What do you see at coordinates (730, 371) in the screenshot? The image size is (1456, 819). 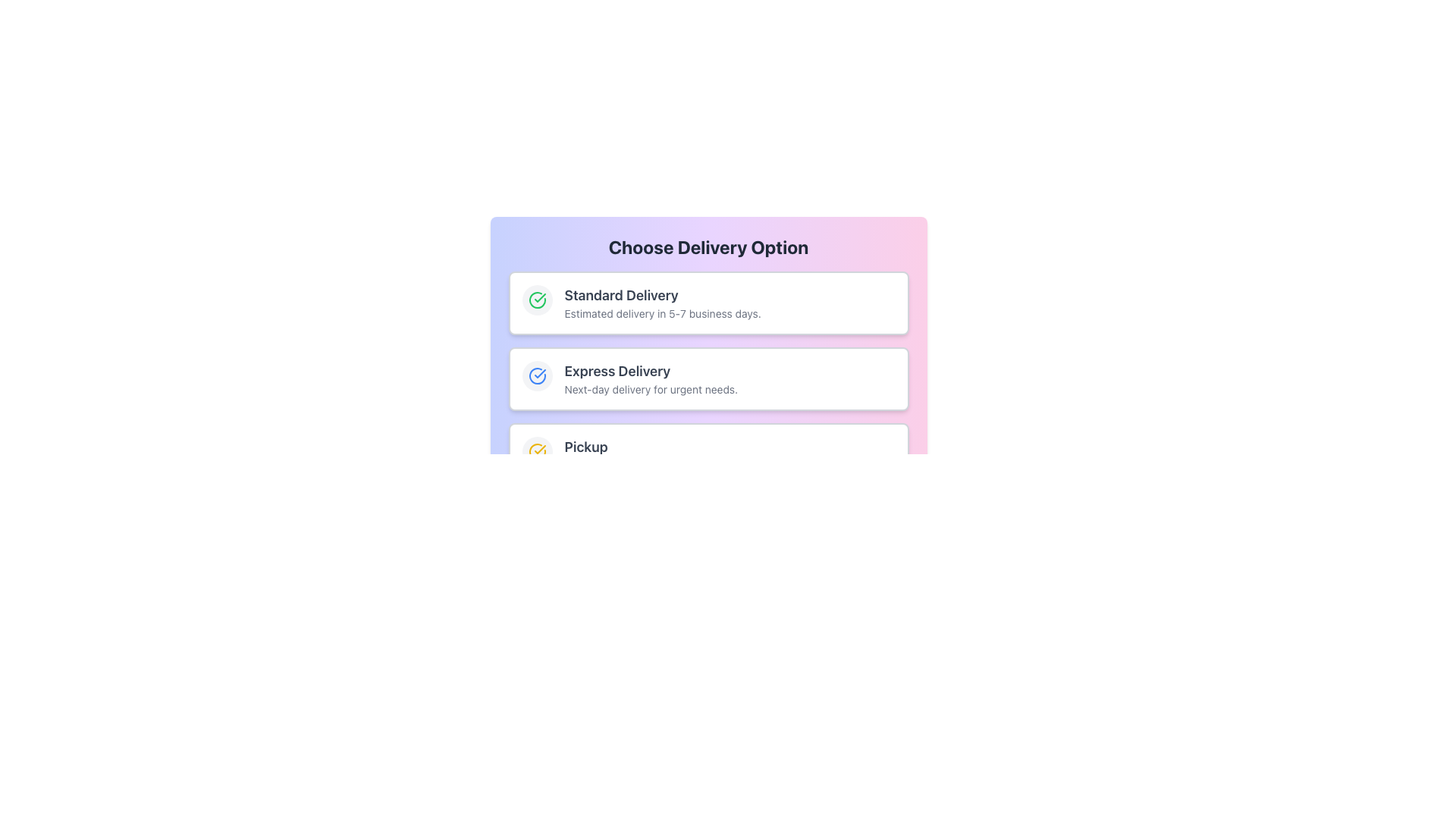 I see `the containing component of the 'Express Delivery' text label` at bounding box center [730, 371].